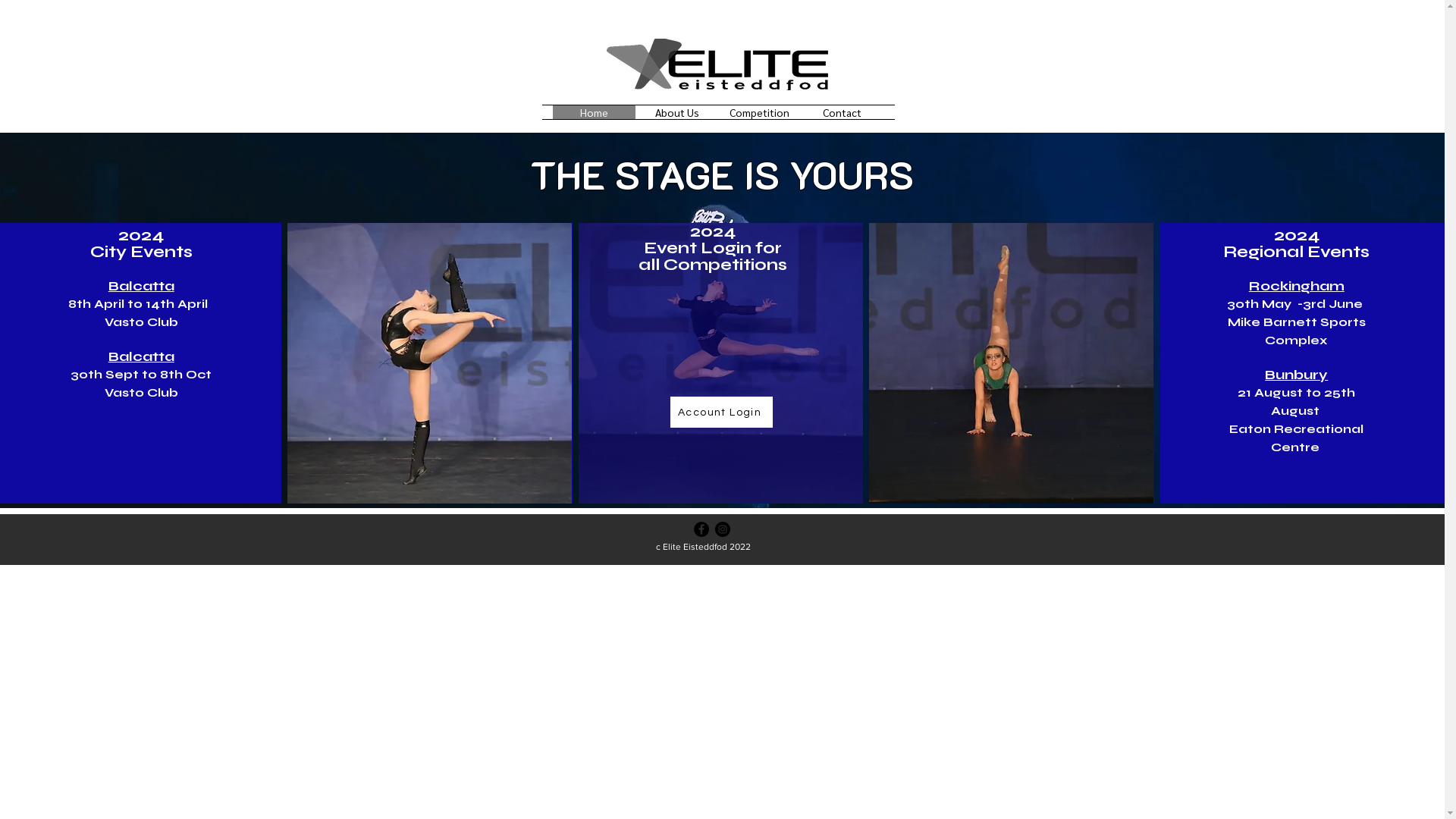  I want to click on 'Home', so click(552, 111).